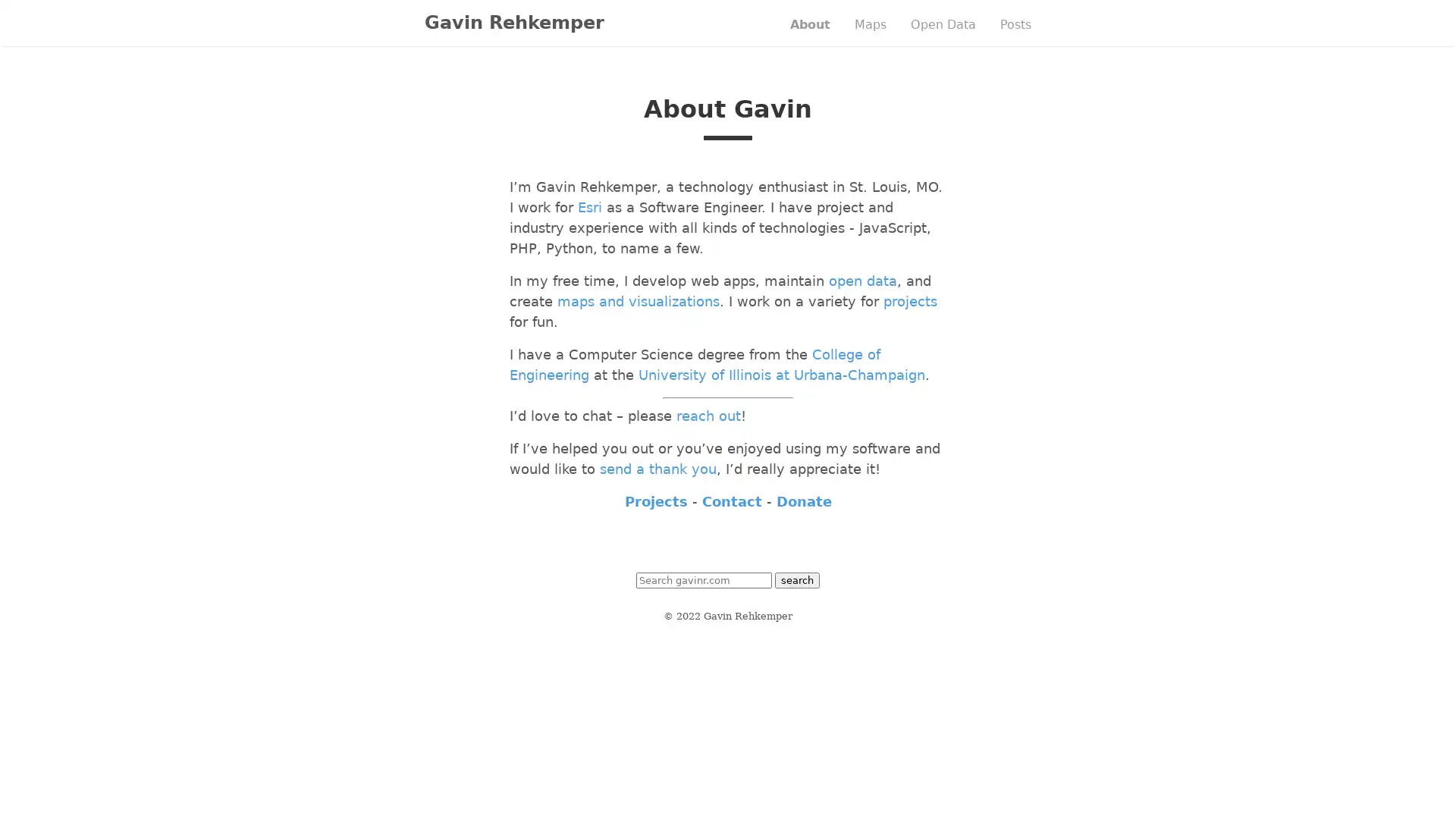 This screenshot has width=1456, height=819. I want to click on search, so click(796, 580).